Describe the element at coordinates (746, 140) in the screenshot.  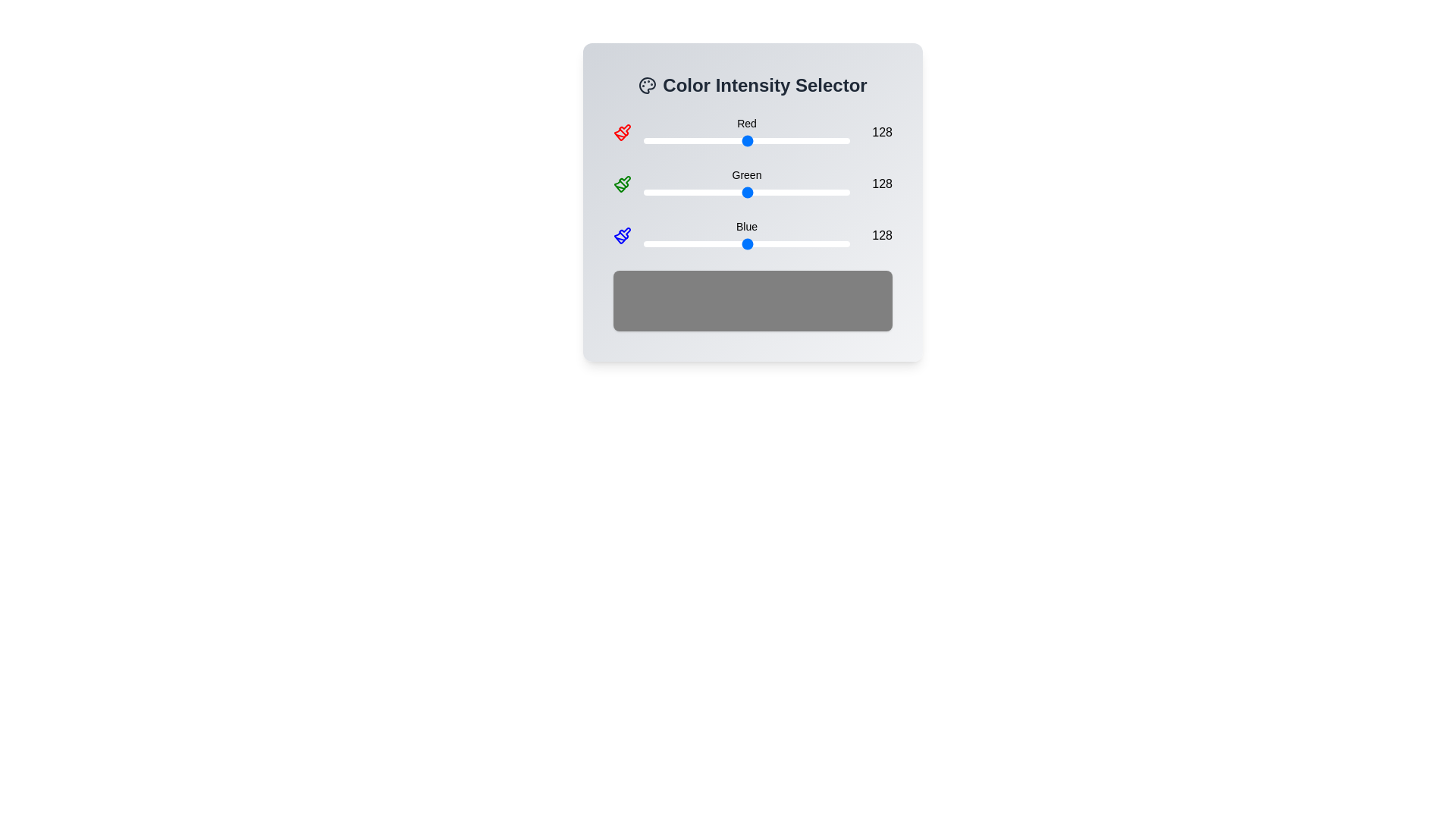
I see `the range slider for the red color component` at that location.